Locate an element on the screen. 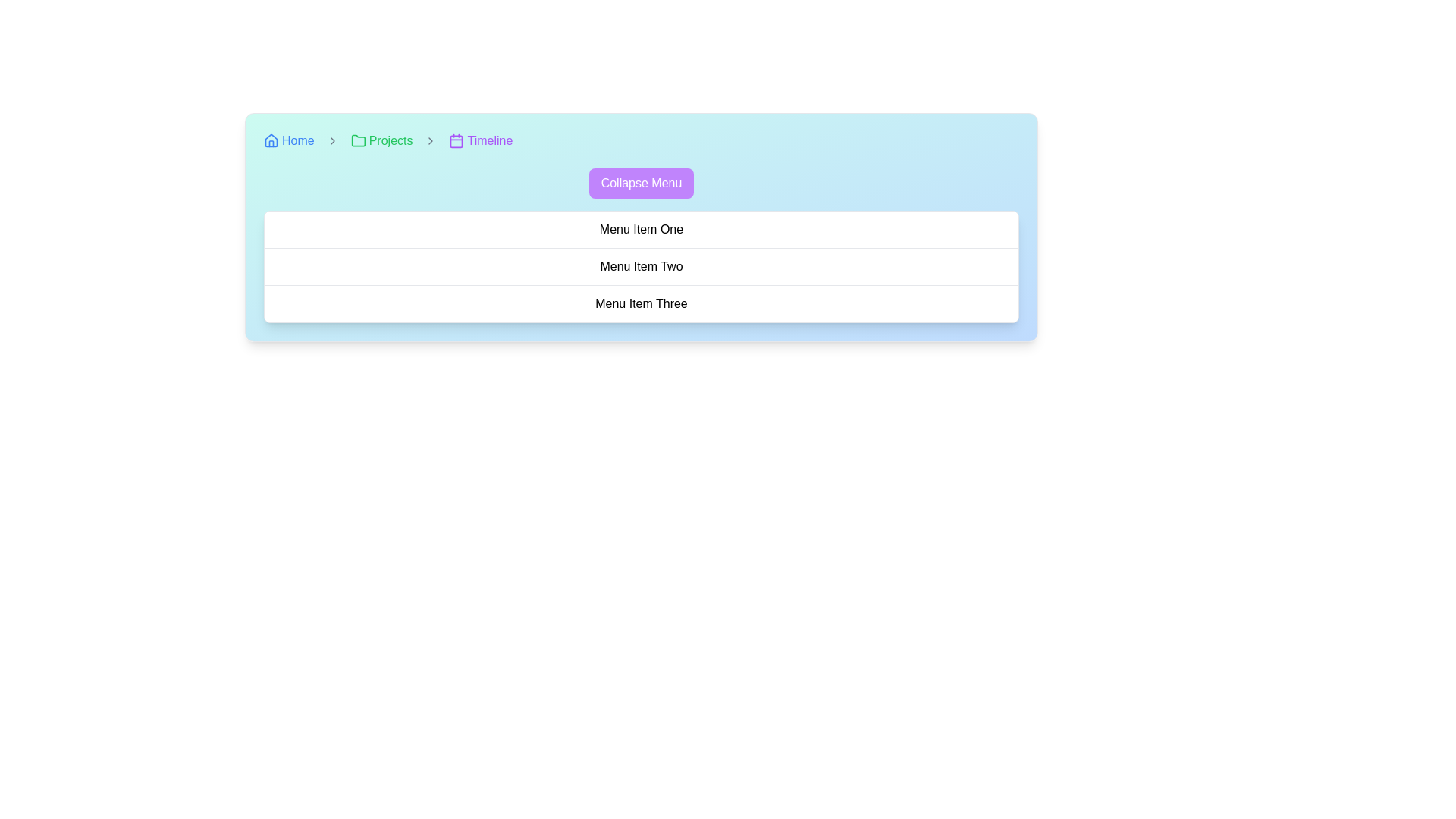  the small house-shaped icon with a blue stroke, which is part of the 'Home' hyperlink in the breadcrumb navigation is located at coordinates (271, 140).